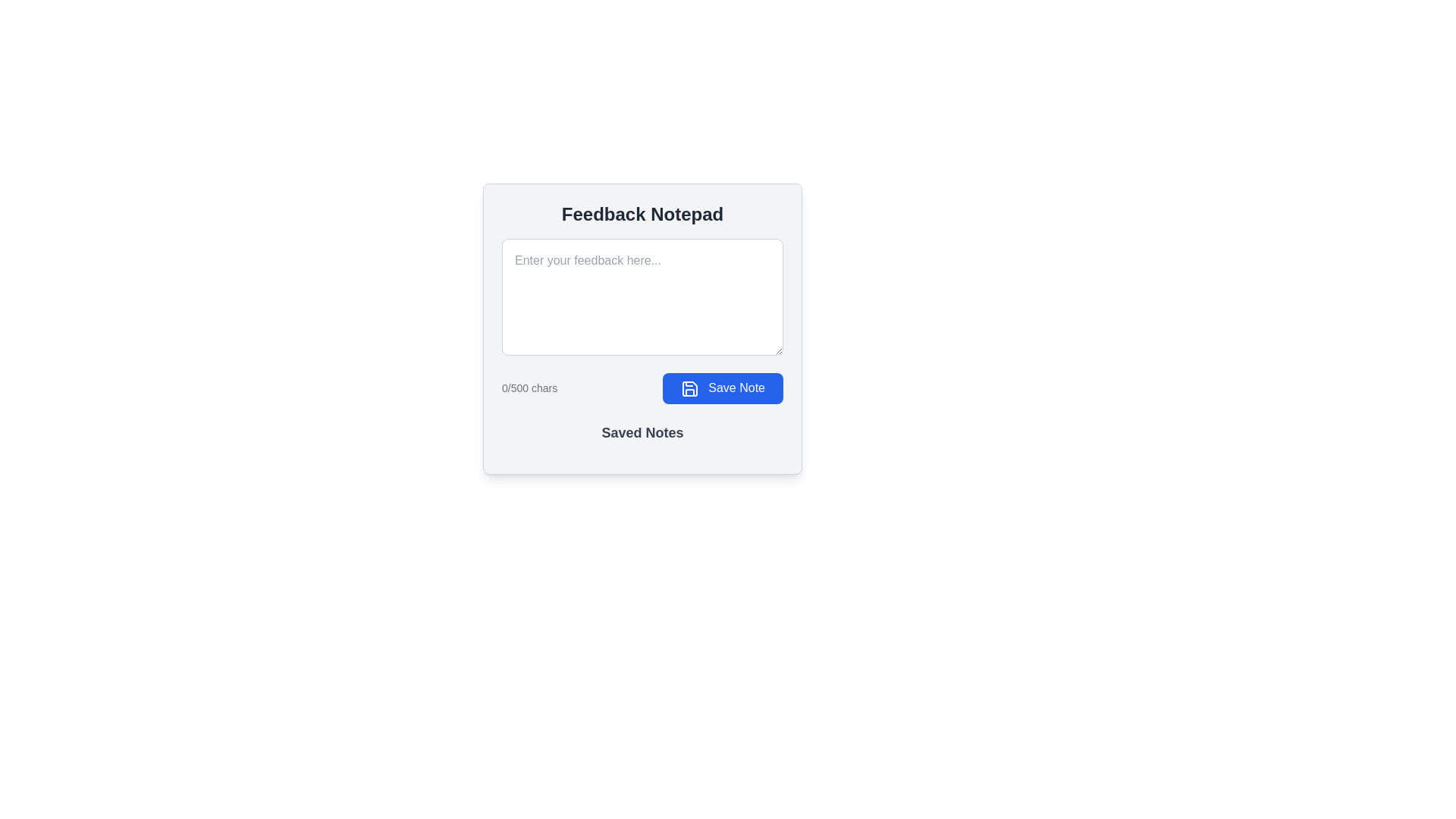  I want to click on the save button icon located inside the 'Feedback Notepad' modal, specifically positioned to the left of the text label, so click(689, 388).